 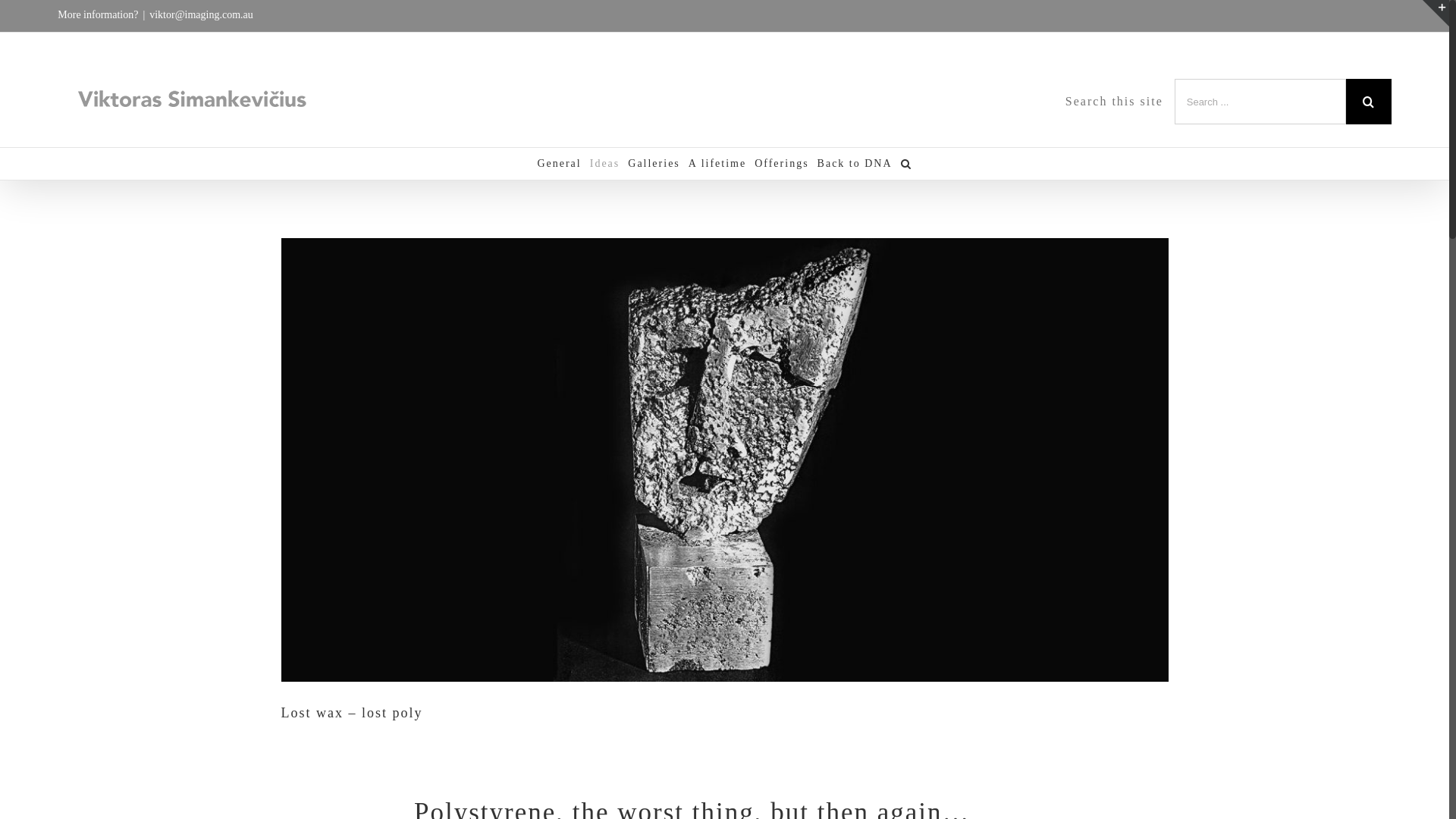 I want to click on 'viktor@imaging.com.au', so click(x=200, y=14).